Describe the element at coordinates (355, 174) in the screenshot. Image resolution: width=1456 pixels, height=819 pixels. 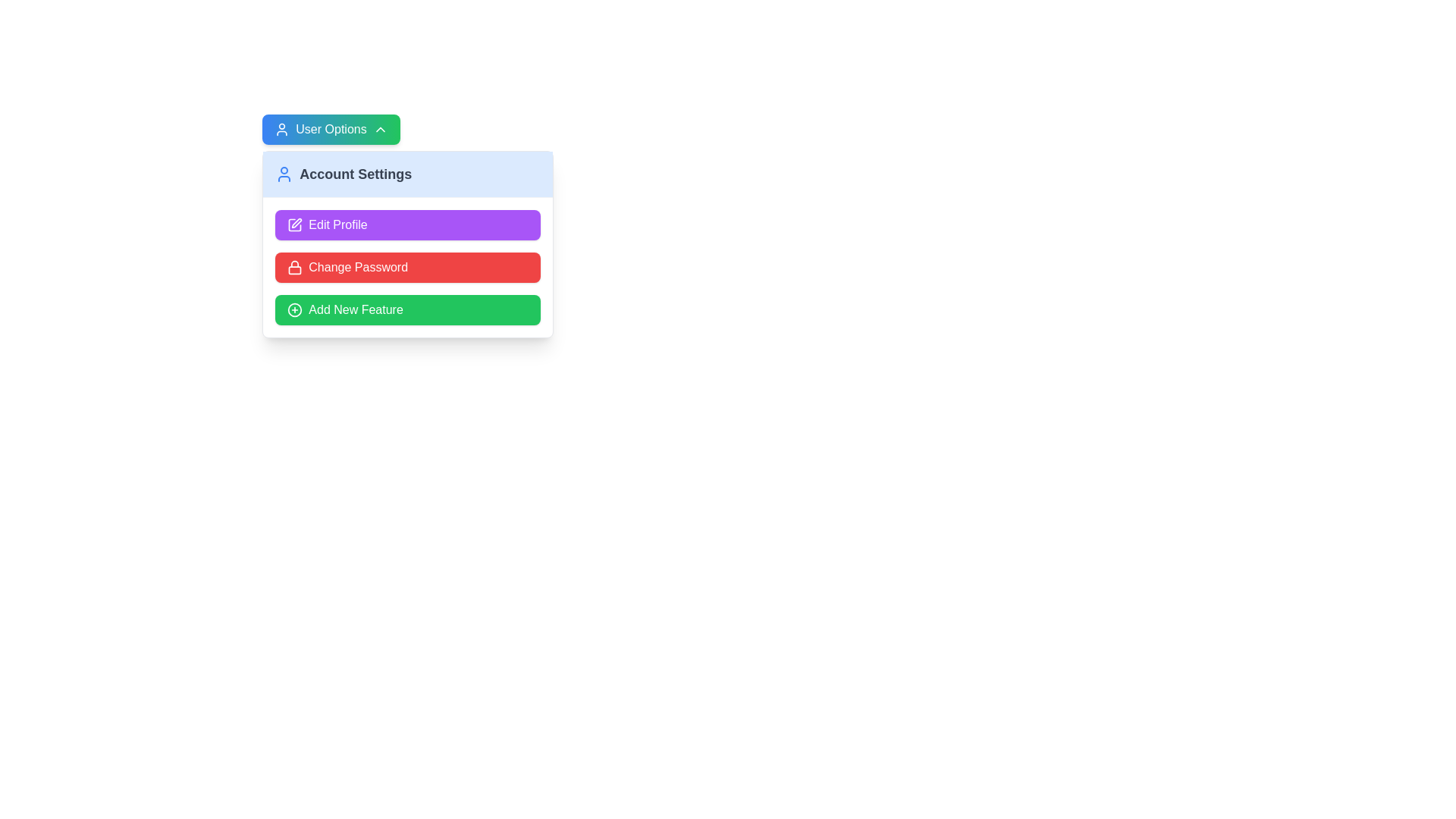
I see `text label indicating 'Account Settings', which is positioned below the 'User Options' button and to the right of a small user icon` at that location.